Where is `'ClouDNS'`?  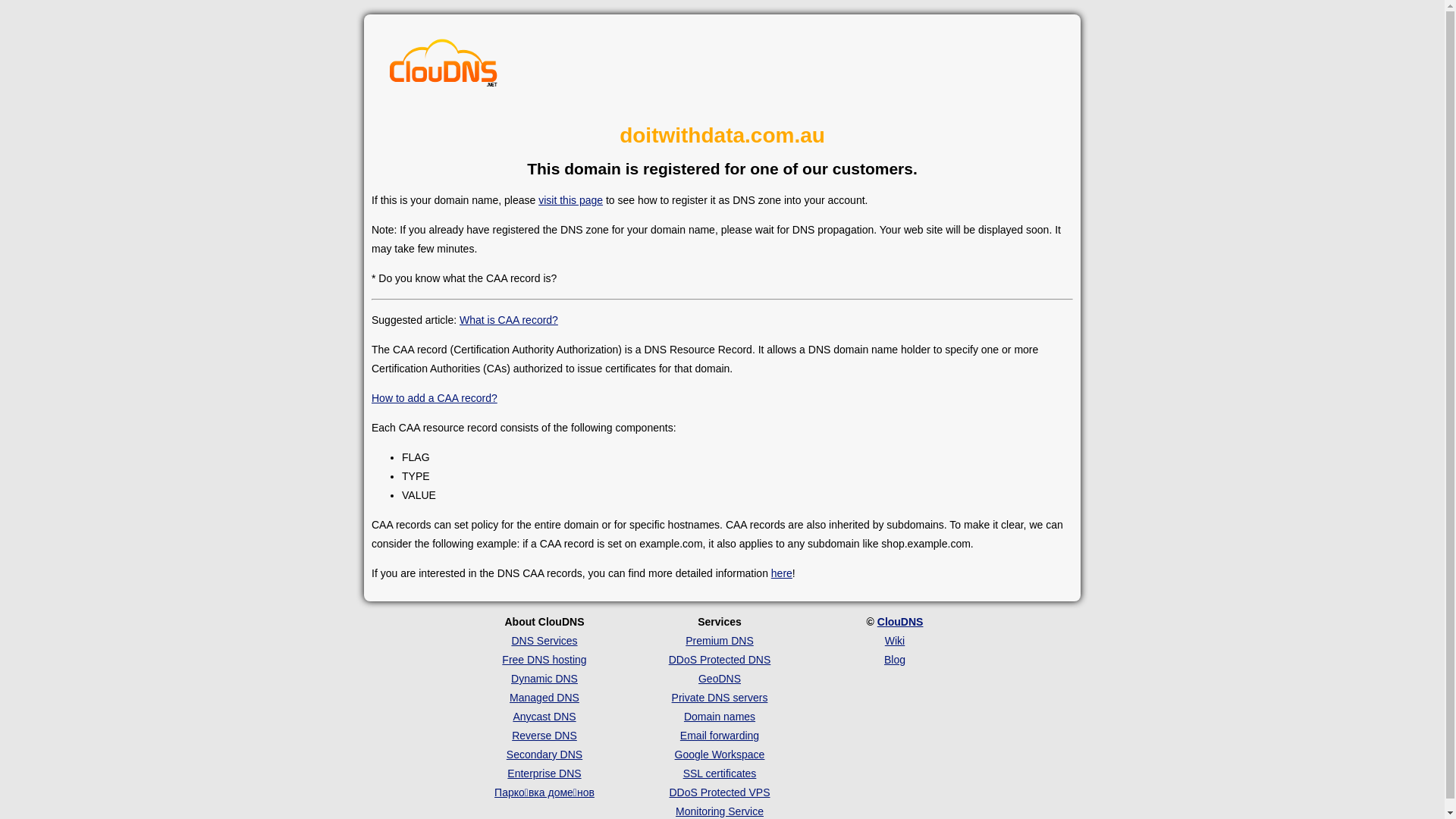
'ClouDNS' is located at coordinates (877, 622).